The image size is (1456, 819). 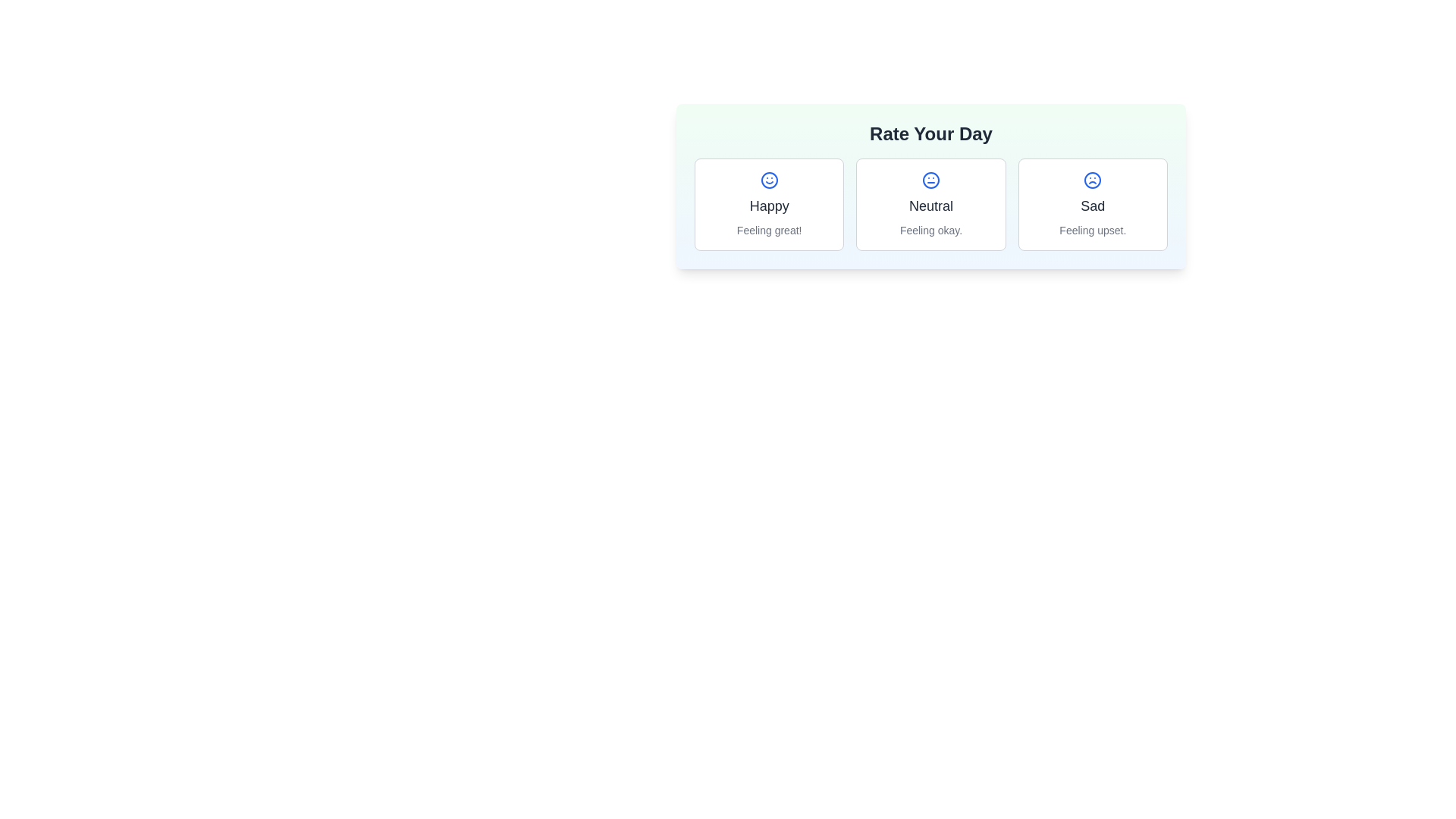 What do you see at coordinates (769, 180) in the screenshot?
I see `the outermost circular boundary of the 'Happy' icon, which is represented by a blue stroke SVG circle with a radius of 10 units` at bounding box center [769, 180].